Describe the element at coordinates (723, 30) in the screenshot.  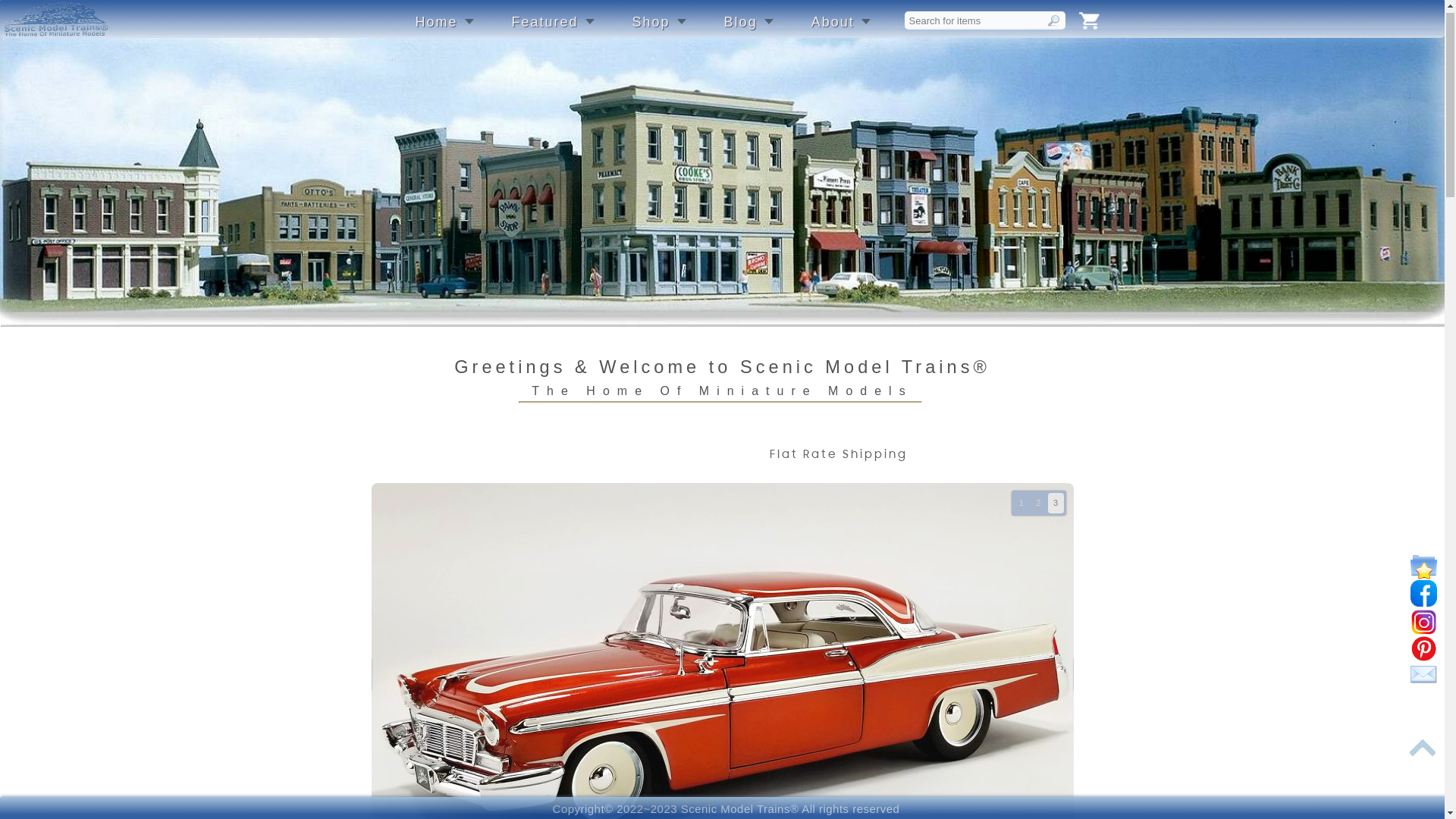
I see `'Blog'` at that location.